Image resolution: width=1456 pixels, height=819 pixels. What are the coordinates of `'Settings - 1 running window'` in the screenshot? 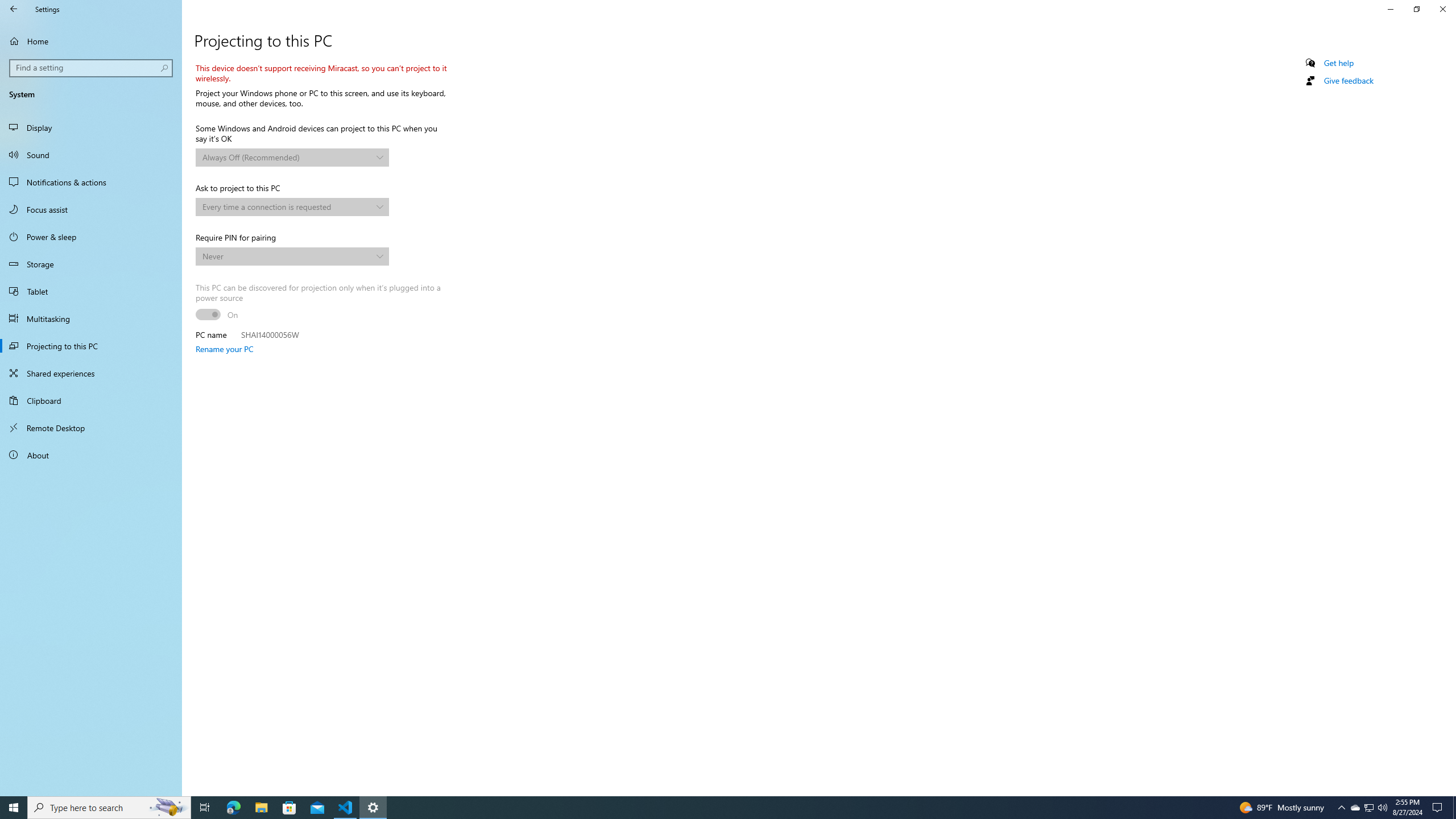 It's located at (373, 806).